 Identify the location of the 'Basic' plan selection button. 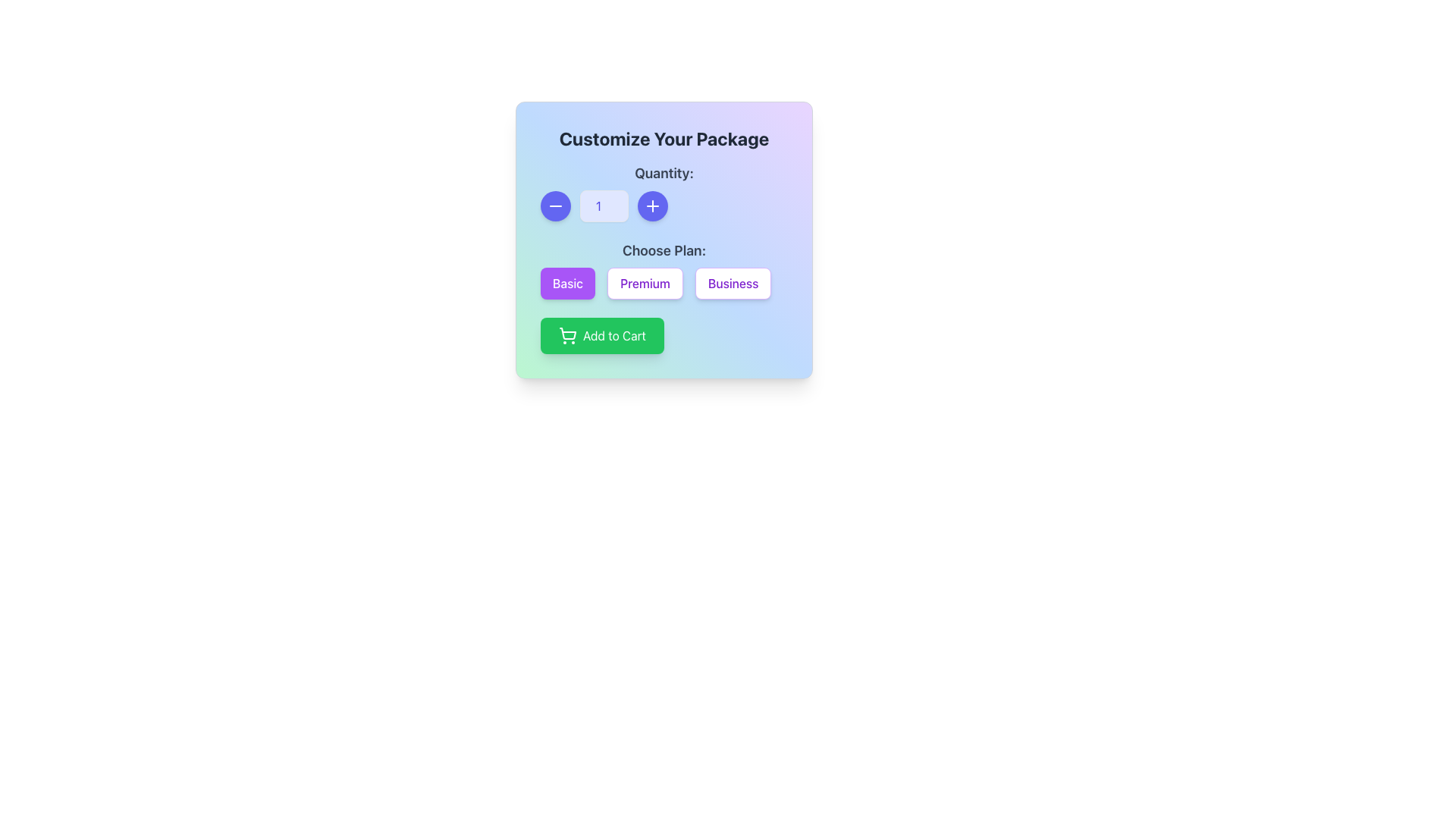
(566, 284).